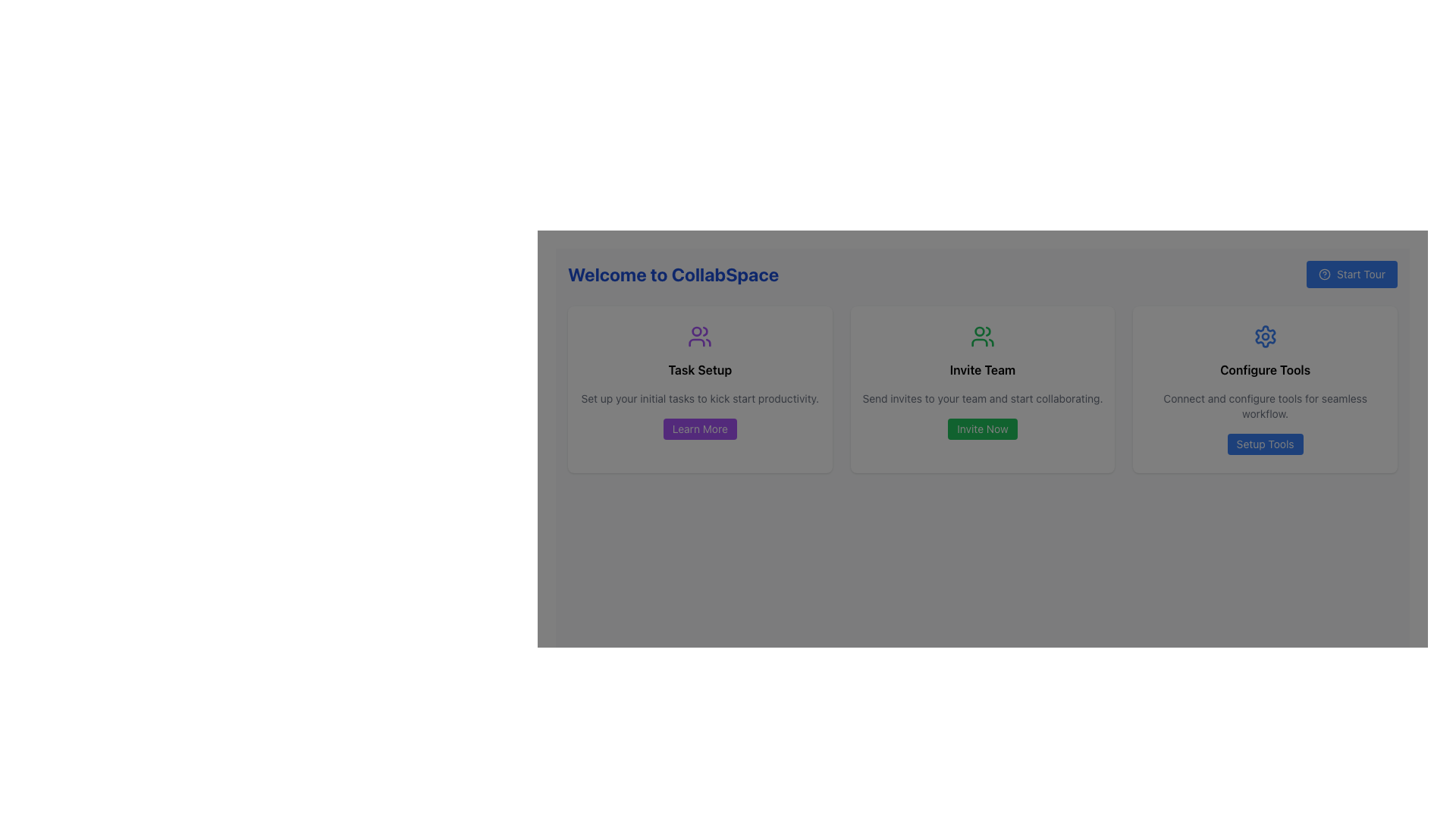 Image resolution: width=1456 pixels, height=819 pixels. I want to click on the static text label displaying the message 'Set up your initial tasks to kick start productivity.' located in the lower section of the 'Task Setup' box, so click(699, 397).